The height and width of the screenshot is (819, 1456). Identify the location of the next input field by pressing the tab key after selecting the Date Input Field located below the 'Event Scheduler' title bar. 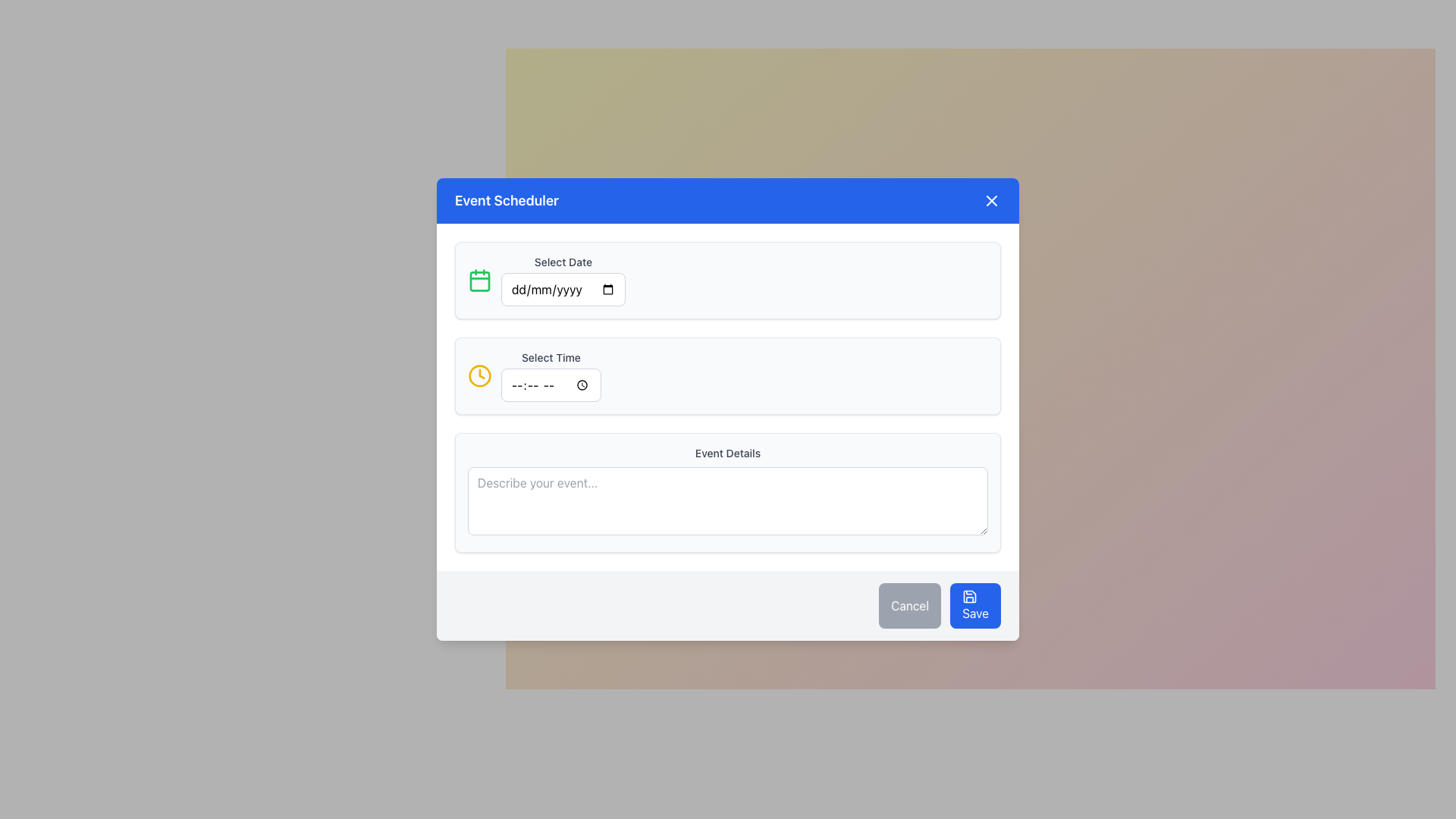
(563, 281).